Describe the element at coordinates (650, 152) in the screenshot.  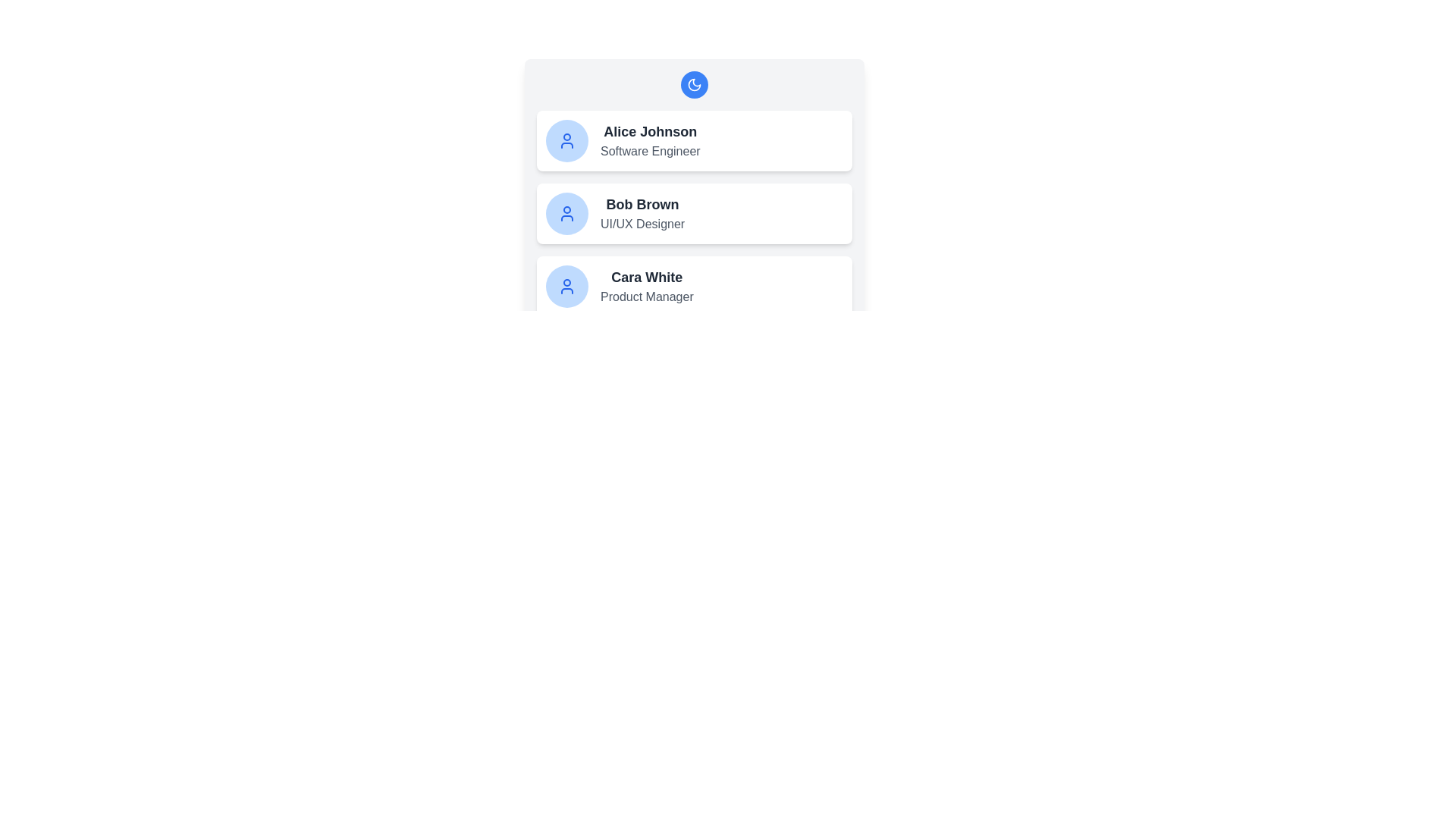
I see `the text element displaying the job title 'Software Engineer' associated with 'Alice Johnson', which is located beneath the name within the card` at that location.